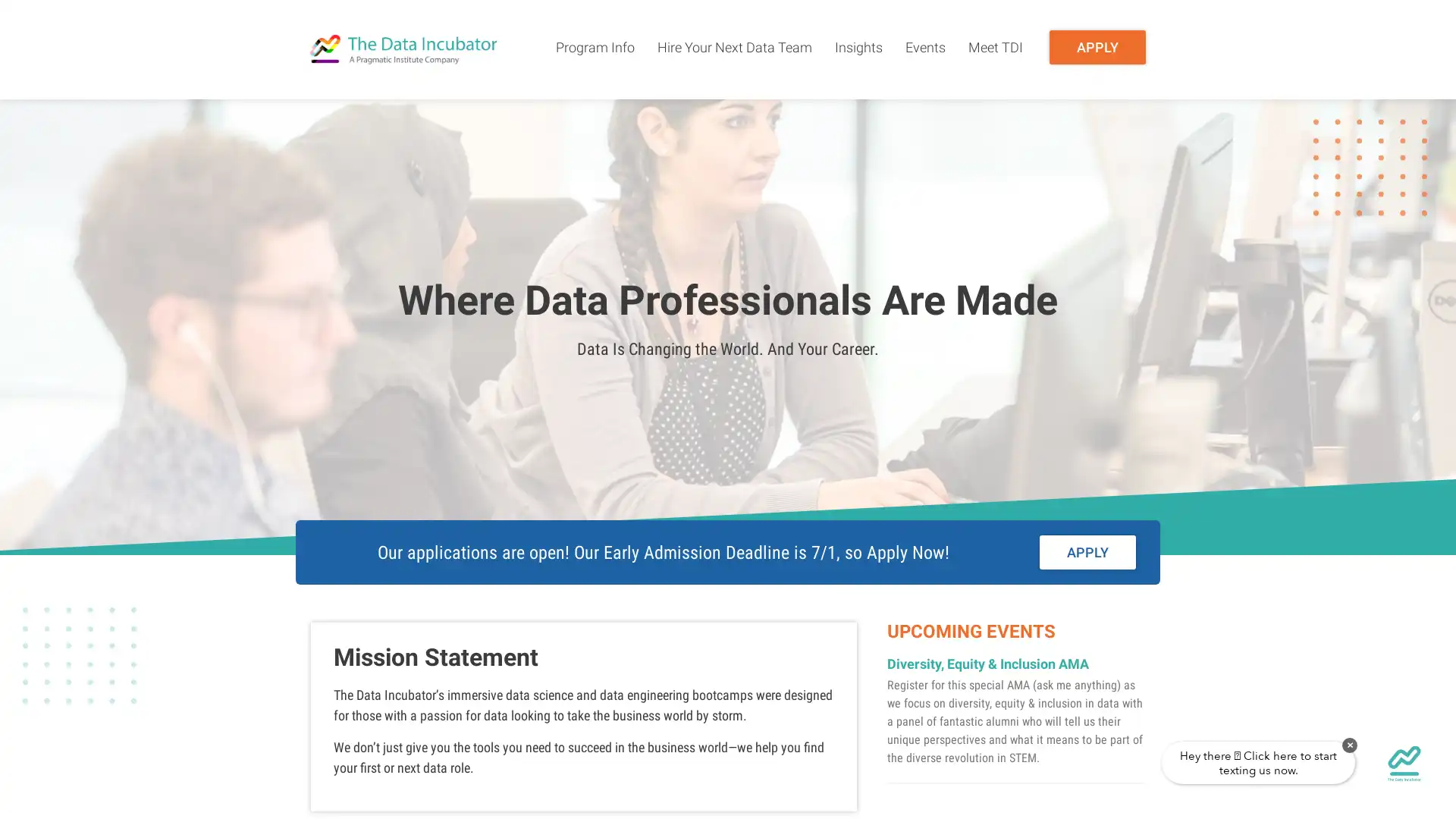 The width and height of the screenshot is (1456, 819). I want to click on APPLY, so click(1097, 46).